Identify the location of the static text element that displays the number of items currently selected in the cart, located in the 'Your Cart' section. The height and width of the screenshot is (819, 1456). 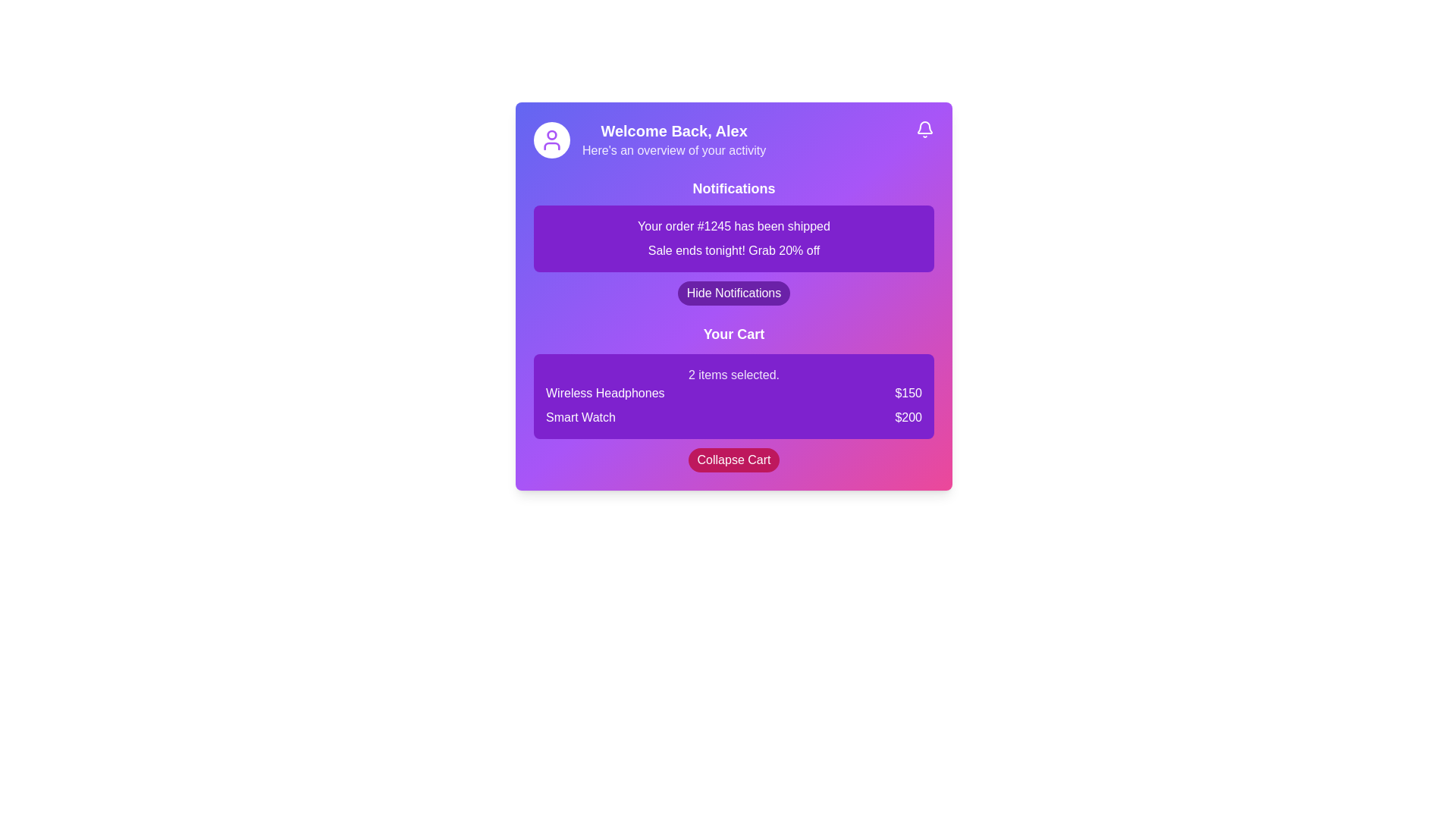
(734, 375).